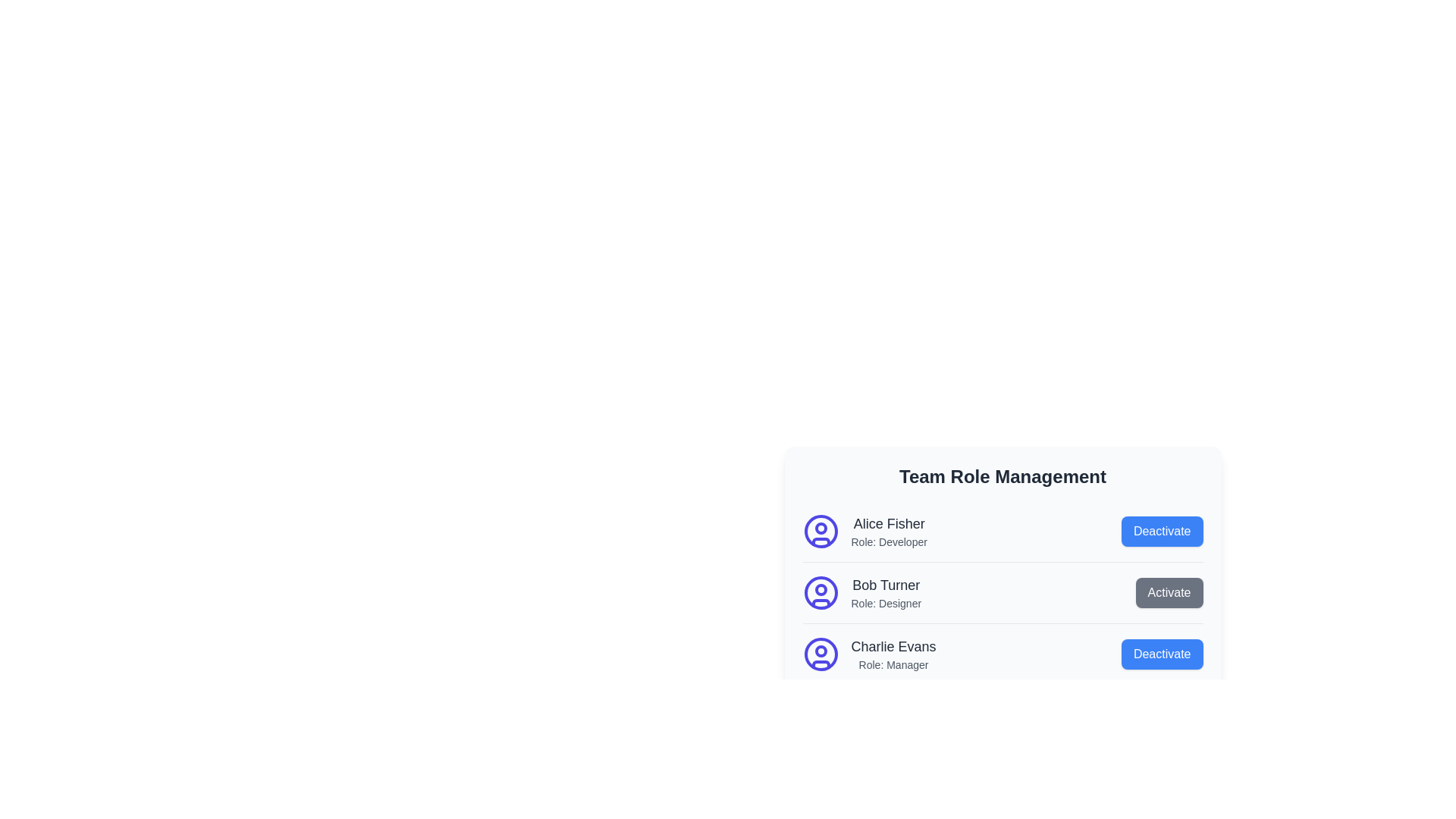  I want to click on the SVG Circle representing the user 'Bob Turner' in the team role management interface, which is positioned to the left of the text 'Bob Turner' and 'Role: Designer', so click(820, 592).